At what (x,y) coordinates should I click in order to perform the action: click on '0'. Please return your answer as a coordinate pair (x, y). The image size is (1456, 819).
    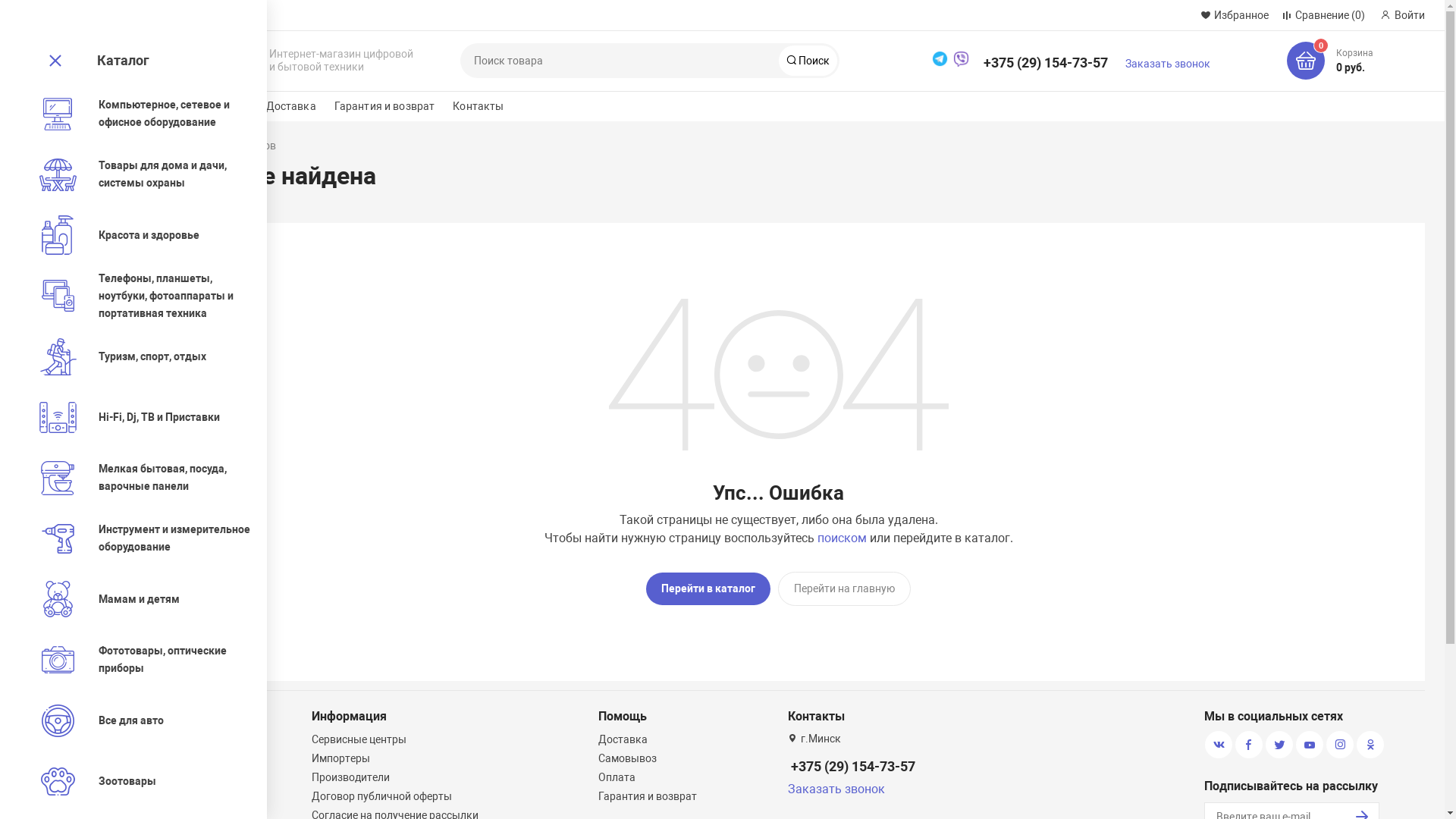
    Looking at the image, I should click on (1305, 60).